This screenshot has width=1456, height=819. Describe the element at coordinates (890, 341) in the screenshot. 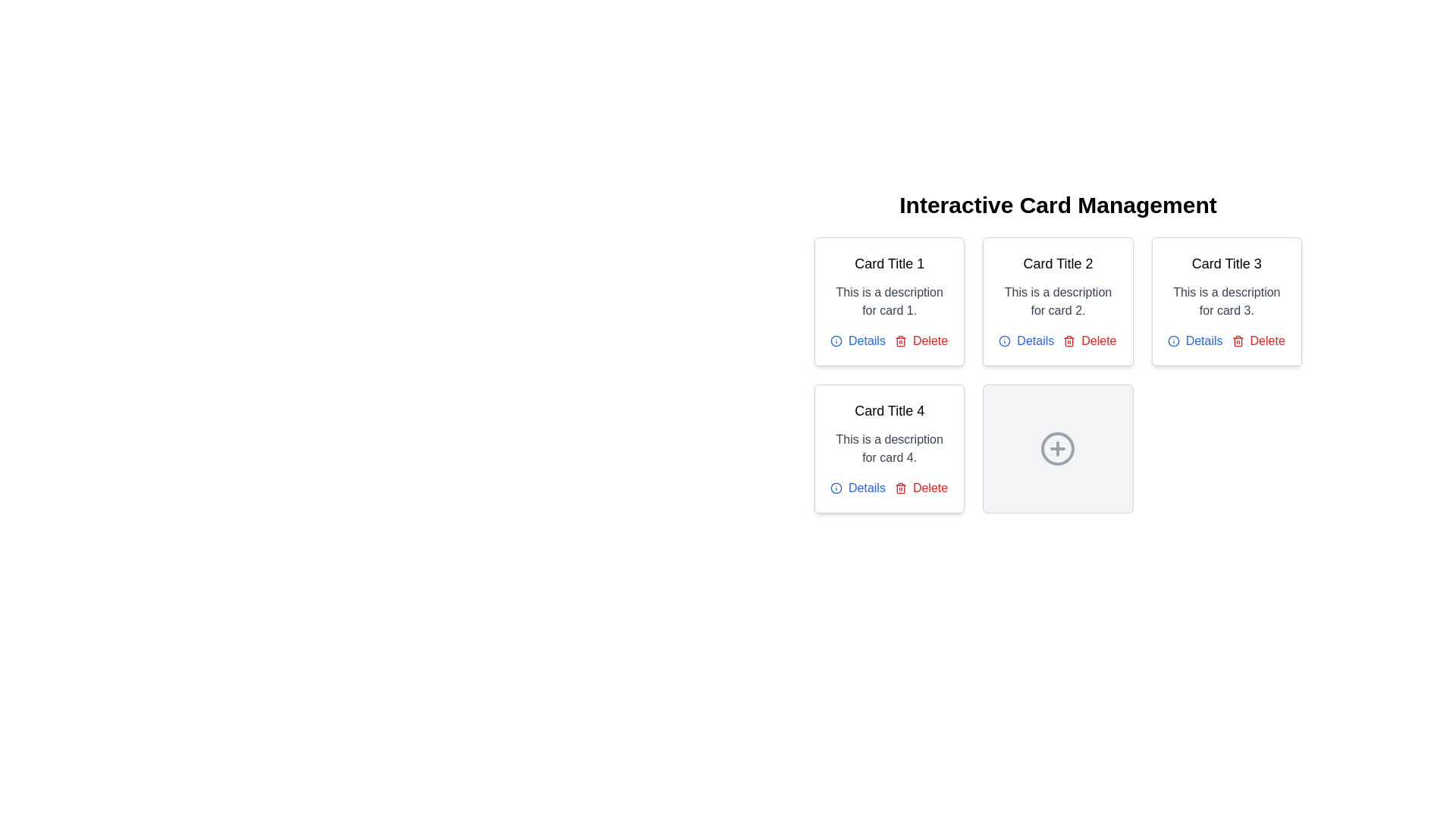

I see `the 'Details' link located at the bottom of the card titled 'Card Title 1'` at that location.